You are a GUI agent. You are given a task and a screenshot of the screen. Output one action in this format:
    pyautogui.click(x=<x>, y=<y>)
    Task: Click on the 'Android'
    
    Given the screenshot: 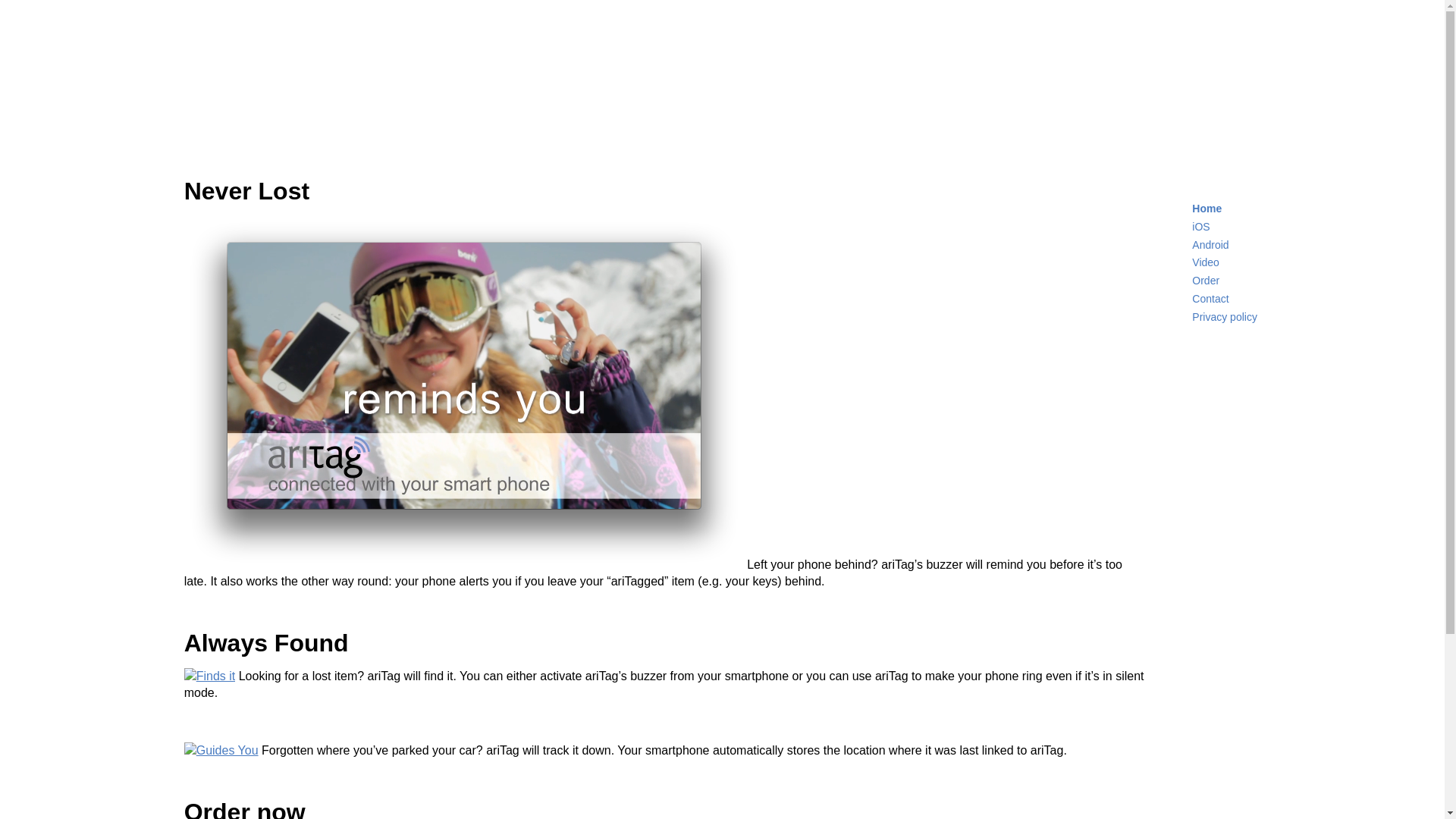 What is the action you would take?
    pyautogui.click(x=1210, y=244)
    